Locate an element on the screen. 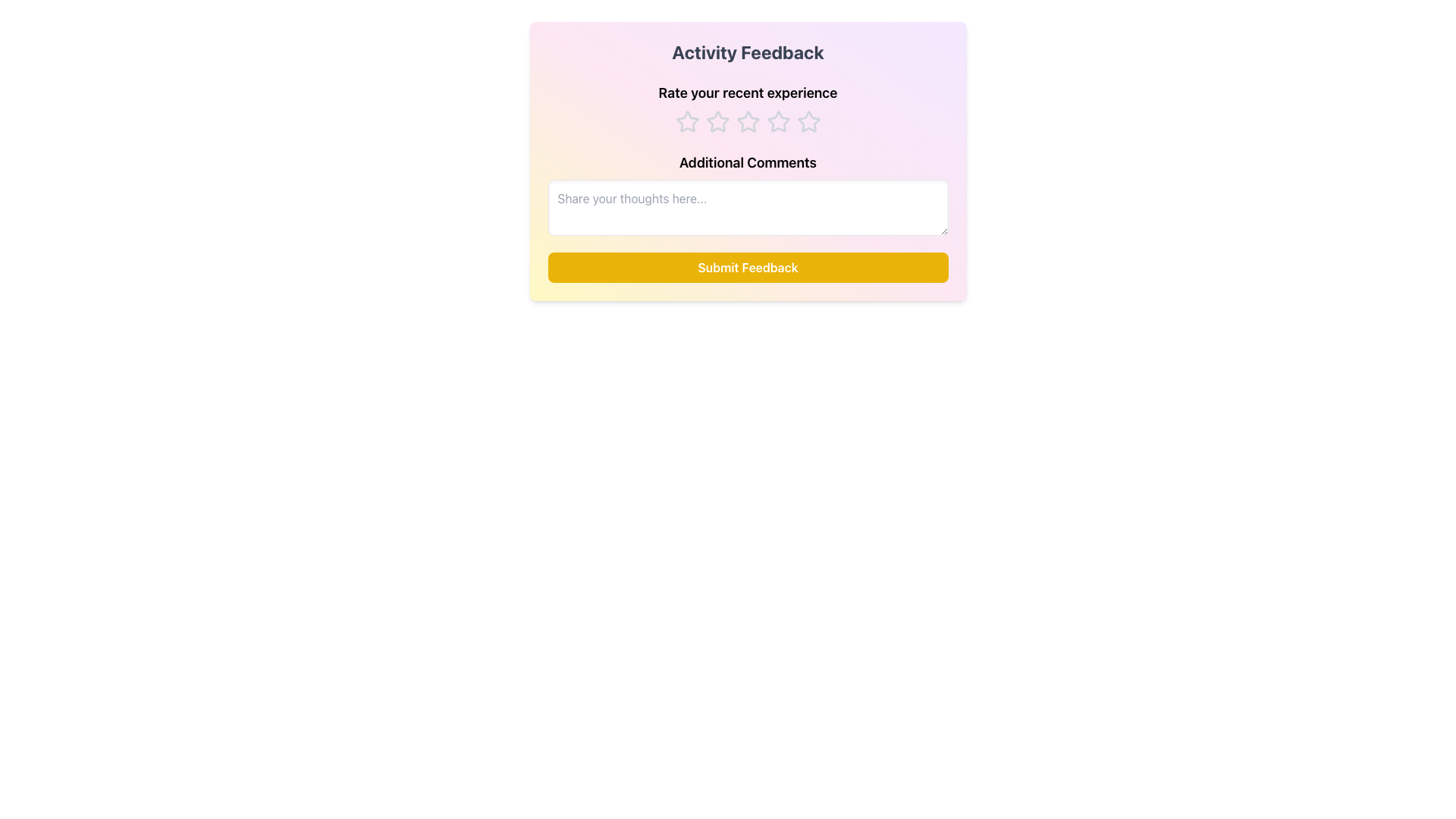 This screenshot has height=819, width=1456. the fourth star in the five-star rating system to indicate a four-out-of-five rating for feedback is located at coordinates (808, 121).